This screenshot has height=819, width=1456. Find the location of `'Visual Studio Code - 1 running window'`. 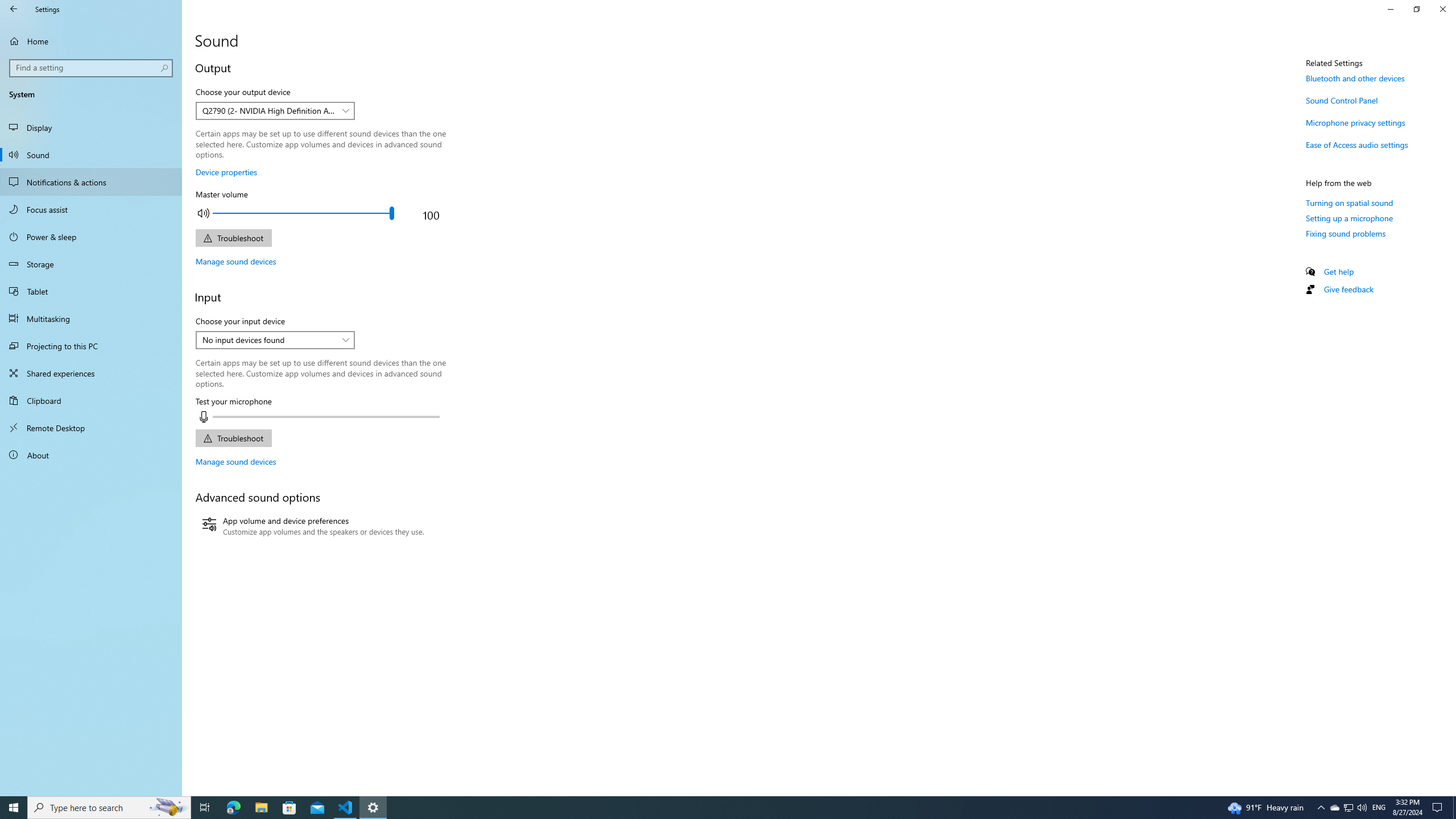

'Visual Studio Code - 1 running window' is located at coordinates (345, 806).